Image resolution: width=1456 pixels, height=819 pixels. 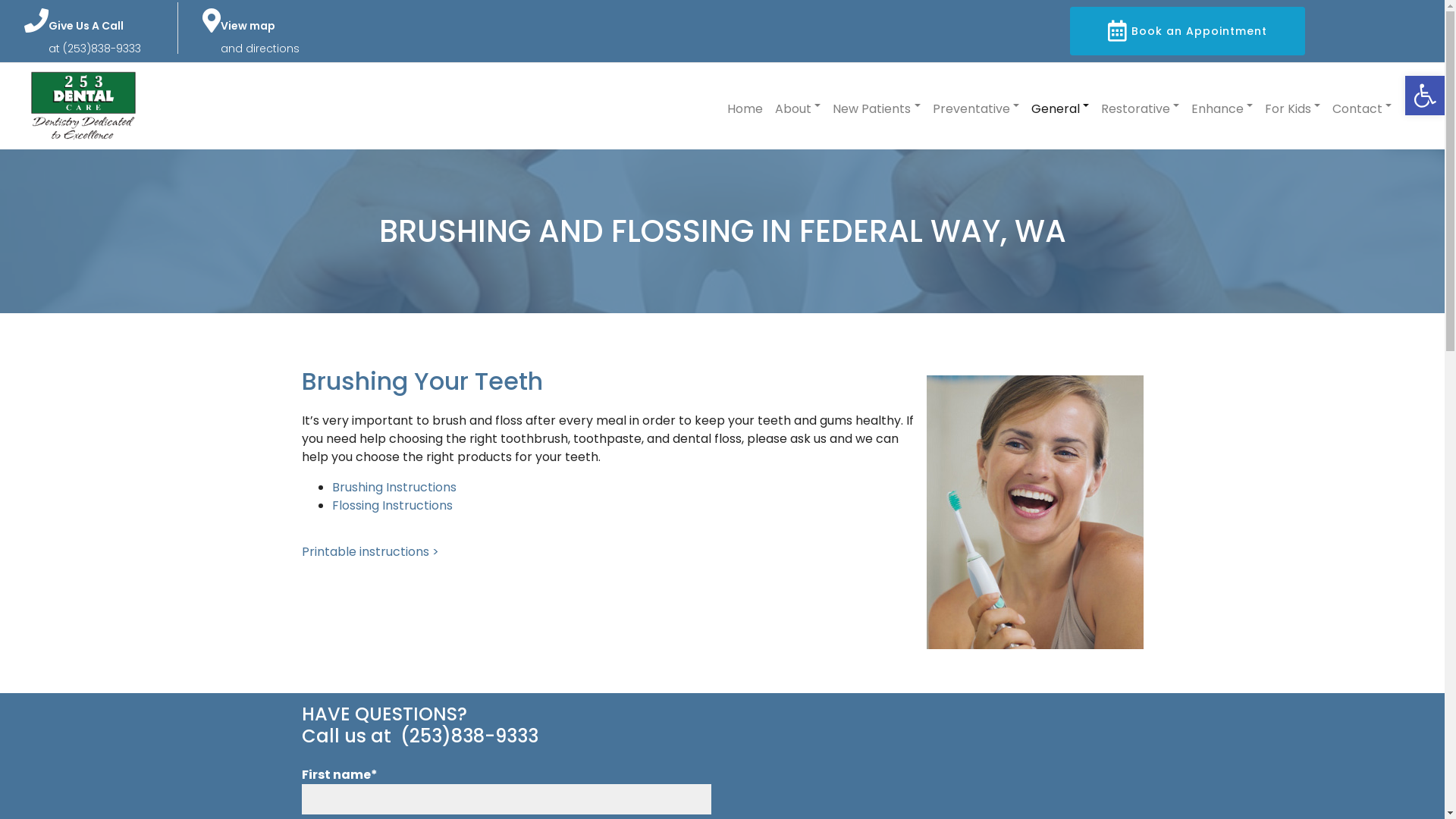 I want to click on 'For Kids', so click(x=1291, y=105).